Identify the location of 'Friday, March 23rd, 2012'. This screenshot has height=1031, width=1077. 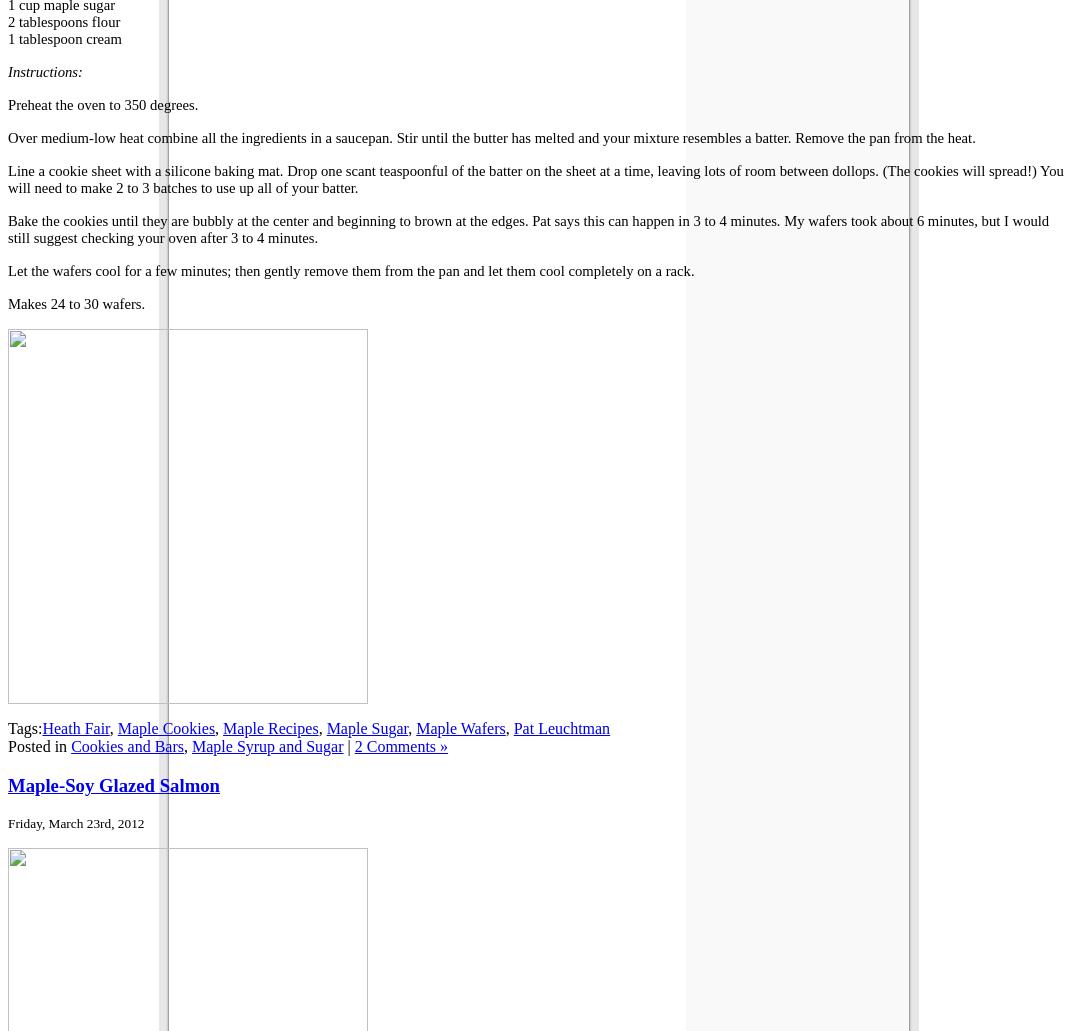
(76, 821).